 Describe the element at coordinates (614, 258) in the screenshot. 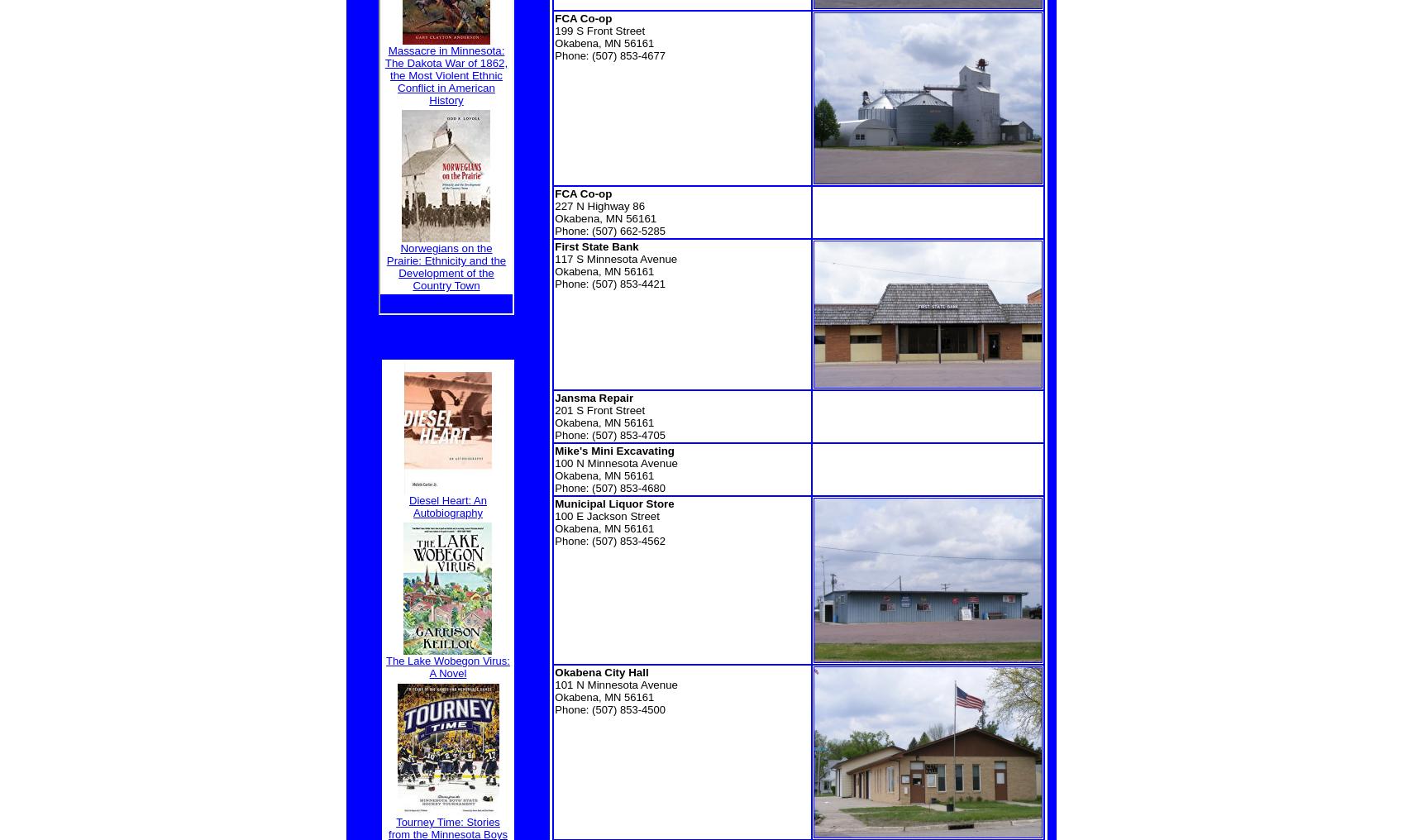

I see `'117 S Minnesota 
					Avenue'` at that location.